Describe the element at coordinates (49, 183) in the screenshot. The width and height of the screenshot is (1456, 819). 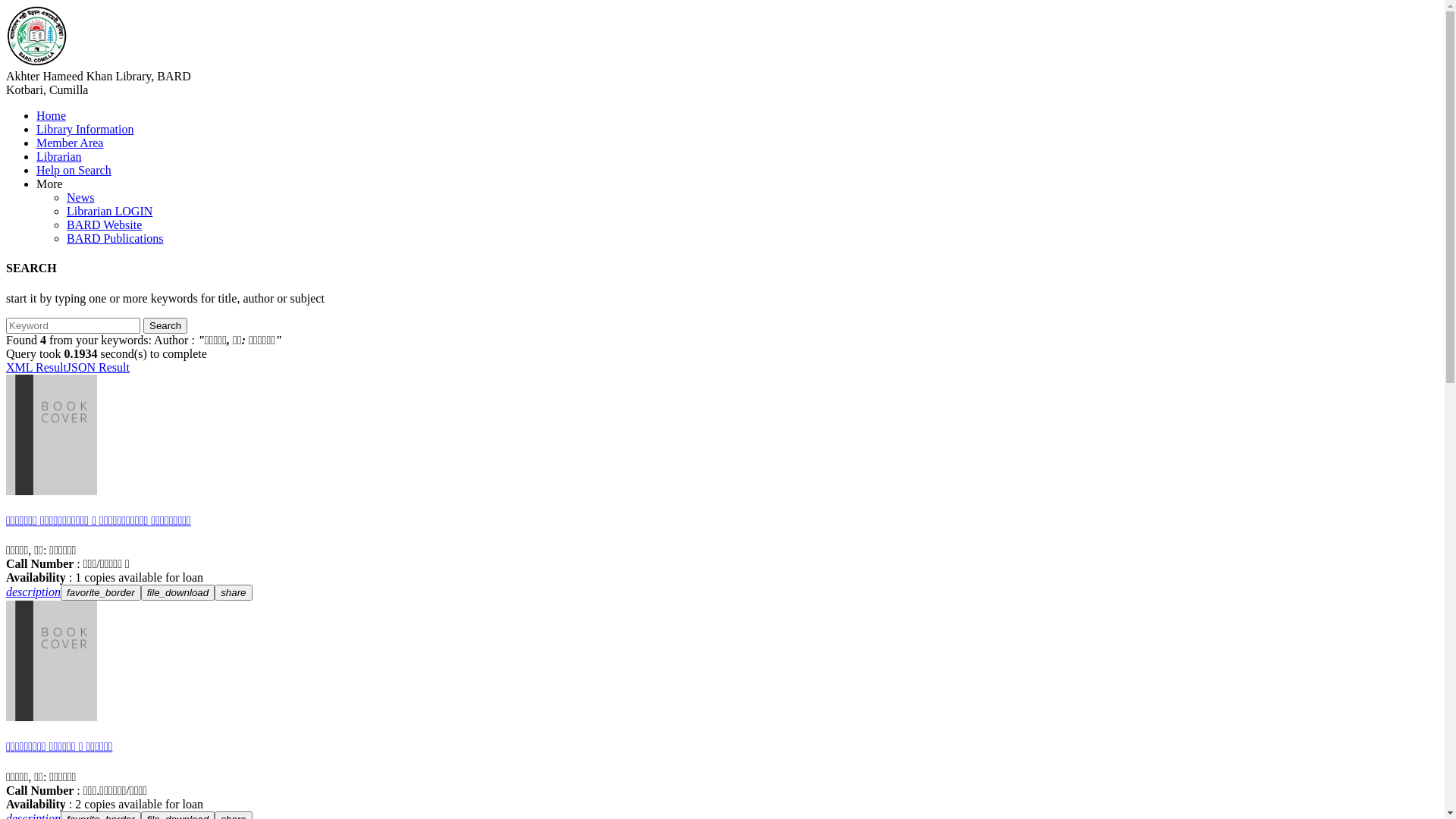
I see `'More'` at that location.